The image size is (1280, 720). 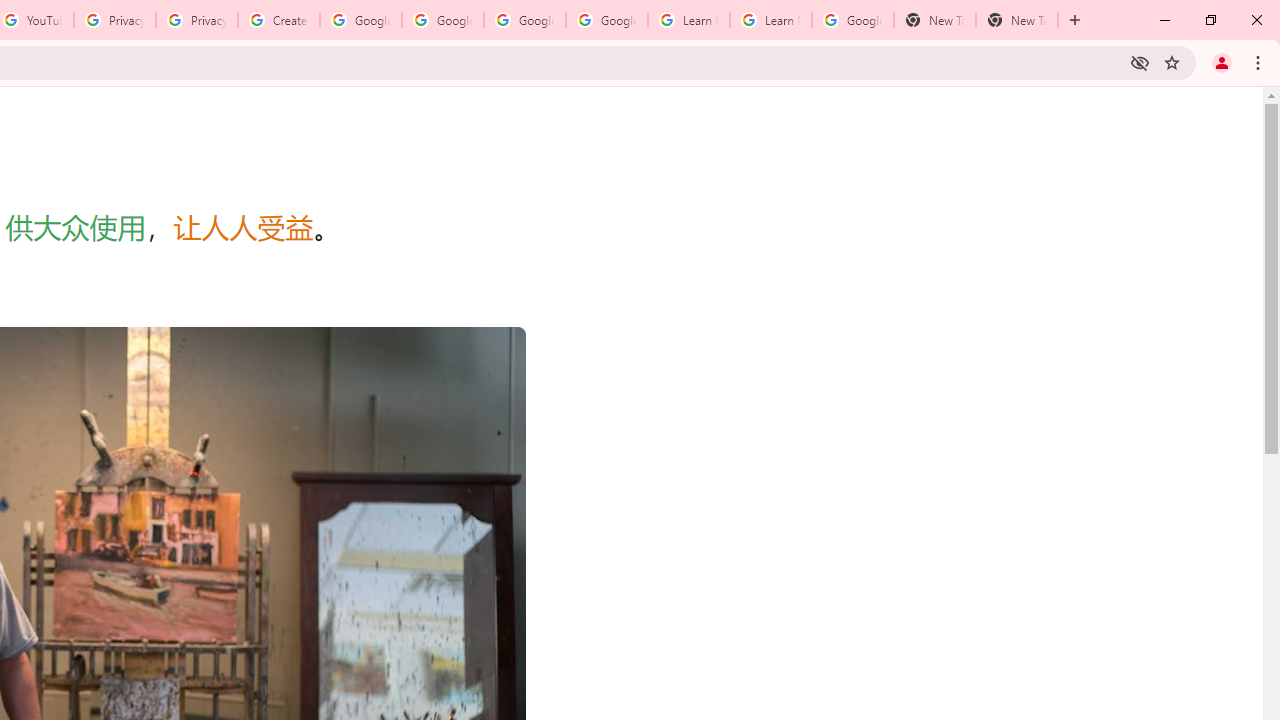 What do you see at coordinates (1171, 61) in the screenshot?
I see `'Bookmark this tab'` at bounding box center [1171, 61].